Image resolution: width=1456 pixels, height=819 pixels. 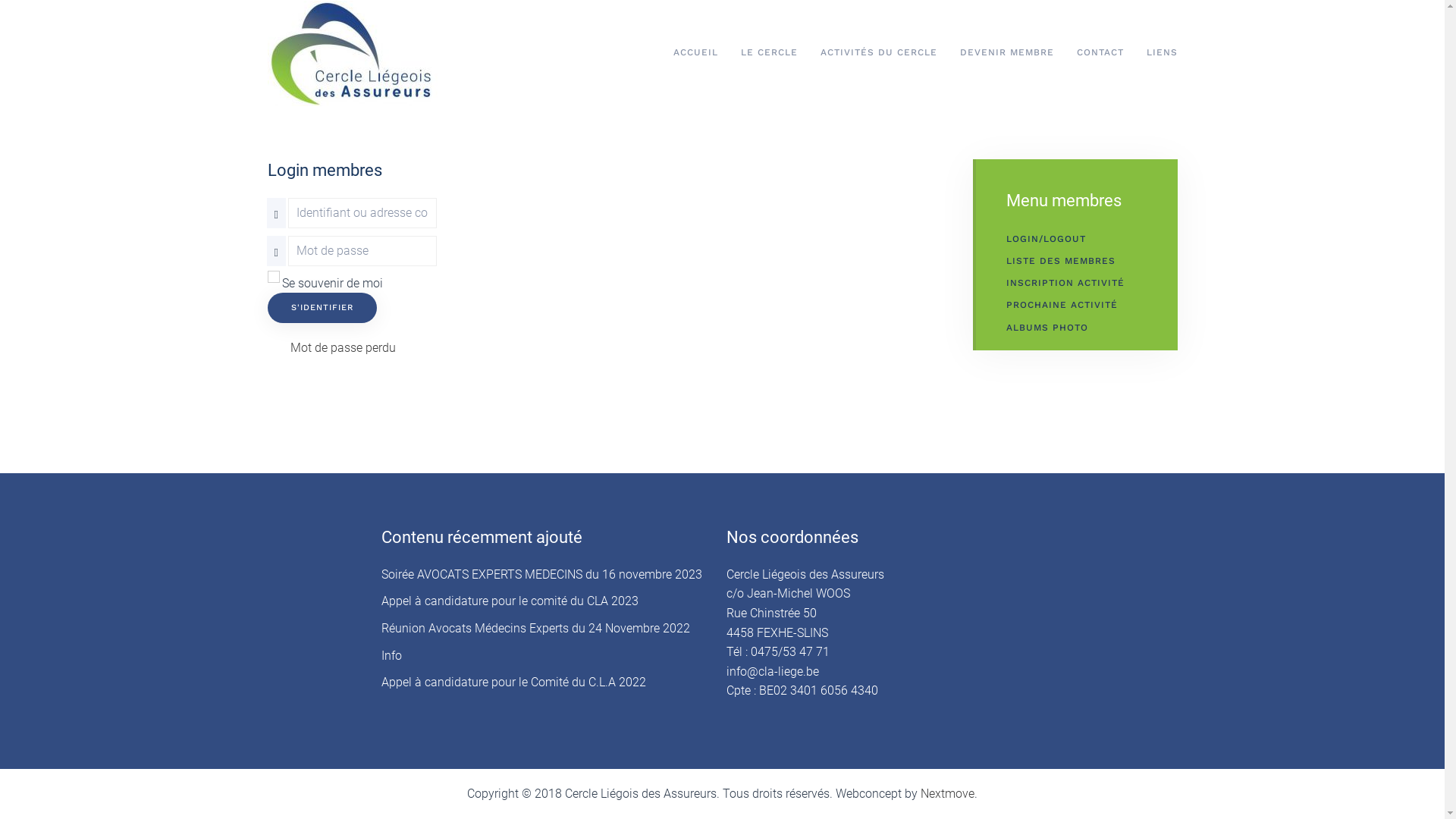 I want to click on 'Info', so click(x=381, y=654).